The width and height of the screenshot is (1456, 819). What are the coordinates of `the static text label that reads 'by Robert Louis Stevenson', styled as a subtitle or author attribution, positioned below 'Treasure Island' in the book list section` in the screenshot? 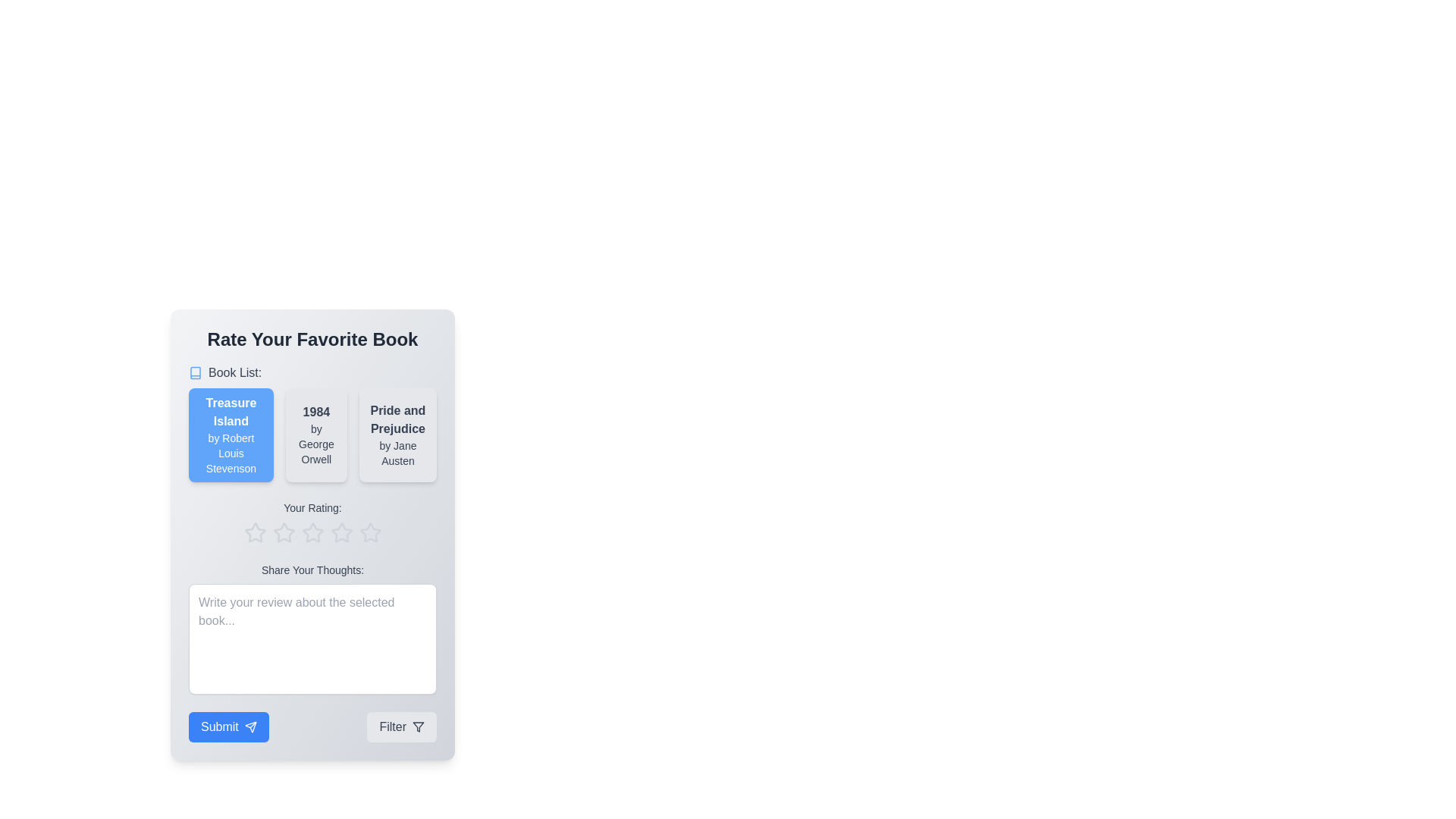 It's located at (230, 452).